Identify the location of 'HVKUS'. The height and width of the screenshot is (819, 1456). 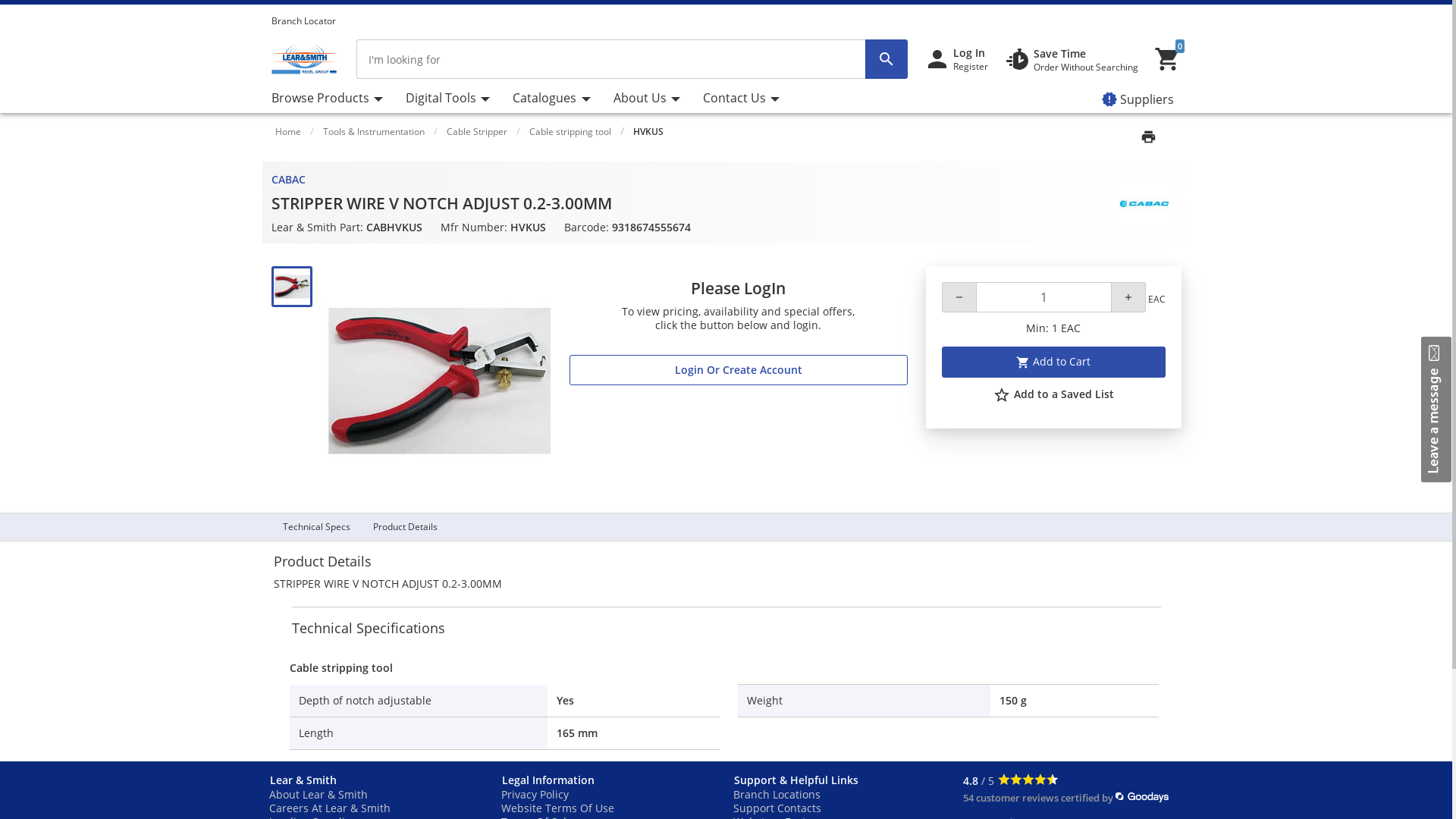
(632, 130).